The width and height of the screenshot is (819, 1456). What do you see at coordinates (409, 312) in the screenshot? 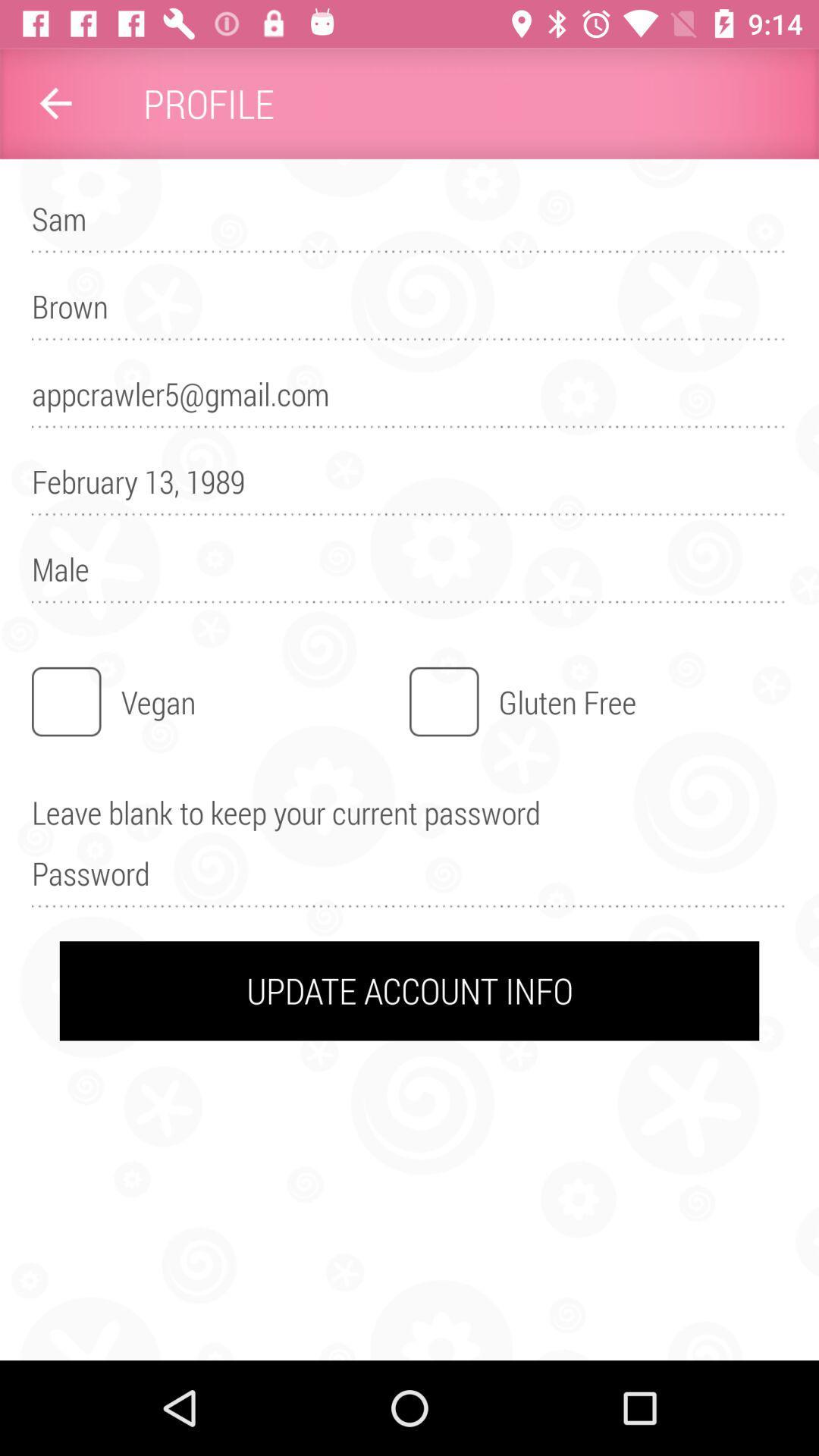
I see `icon above the appcrawler5@gmail.com item` at bounding box center [409, 312].